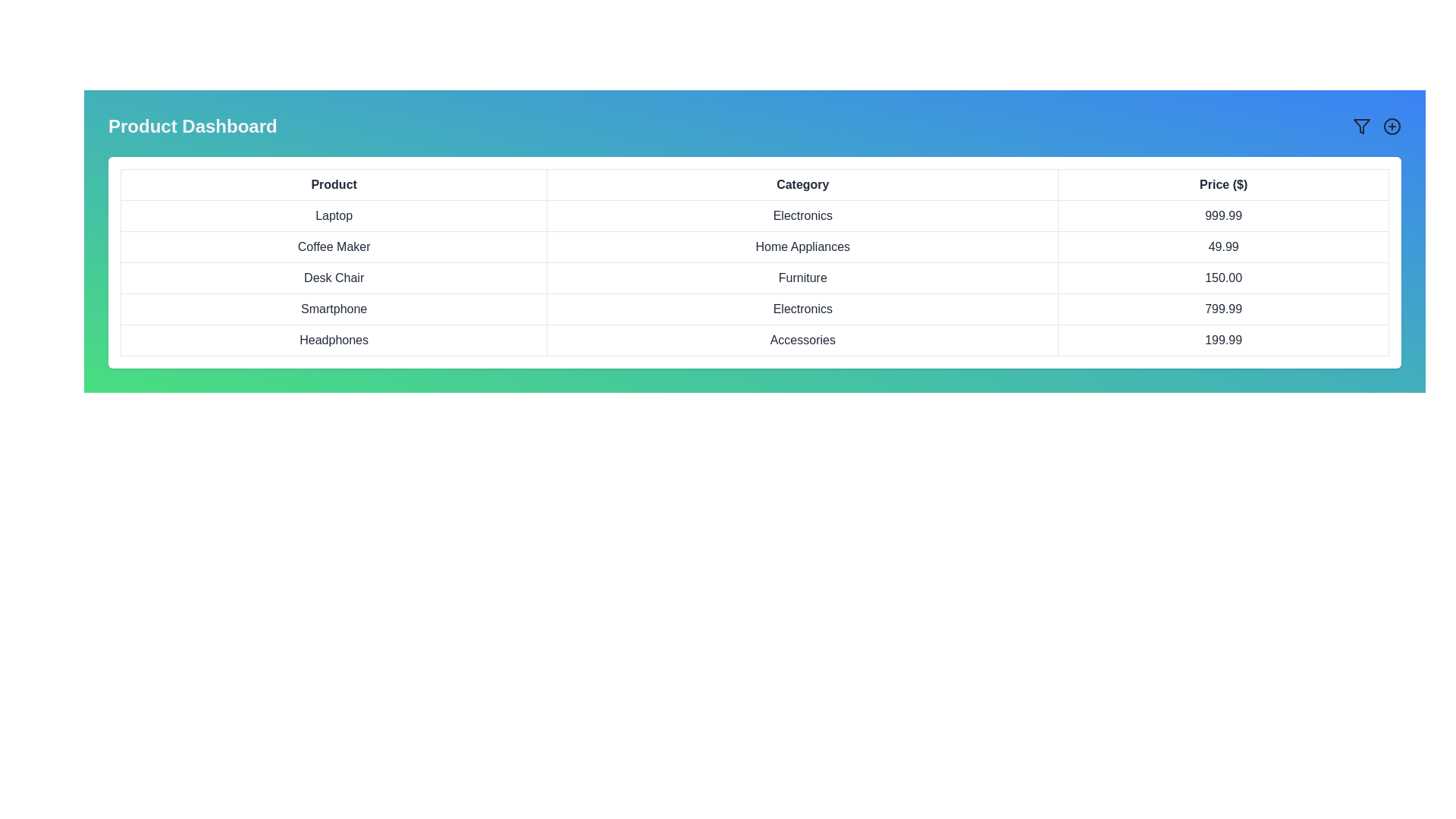  What do you see at coordinates (333, 339) in the screenshot?
I see `the last product name label in the data table under the 'Product' column` at bounding box center [333, 339].